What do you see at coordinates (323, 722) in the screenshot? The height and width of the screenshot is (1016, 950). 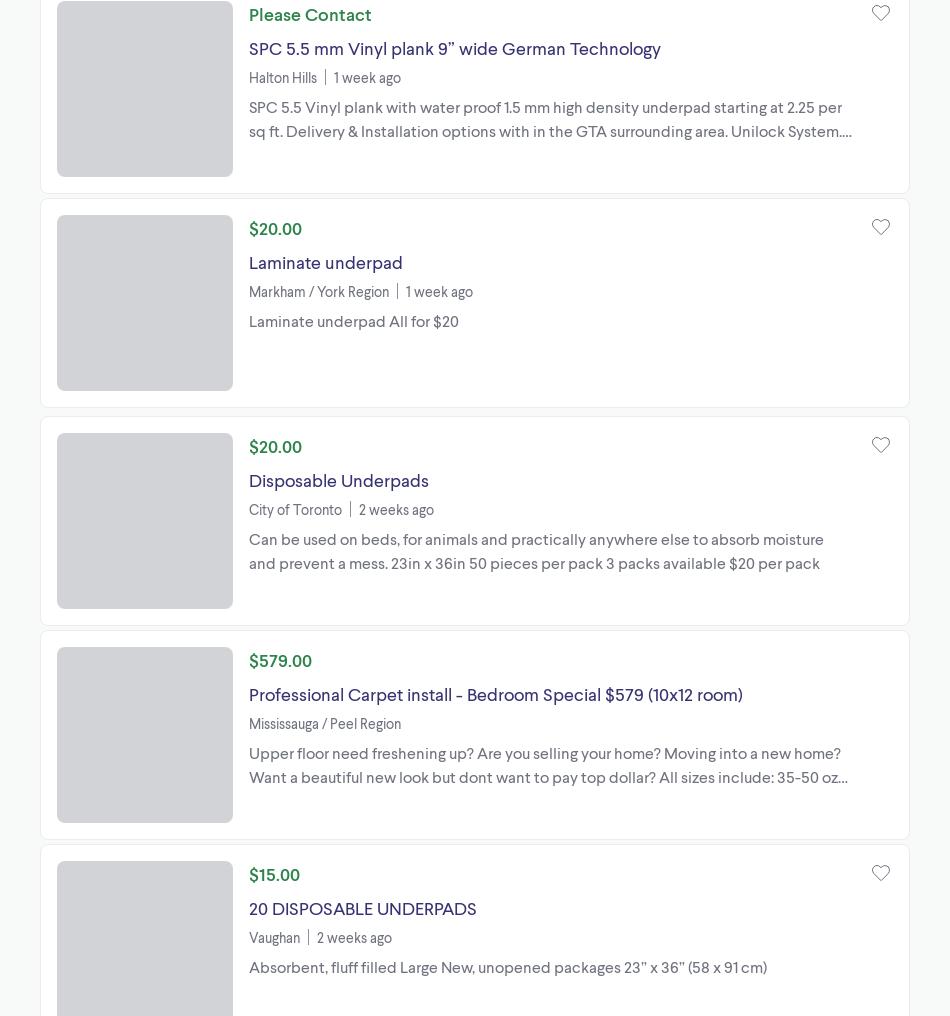 I see `'Mississauga / Peel Region'` at bounding box center [323, 722].